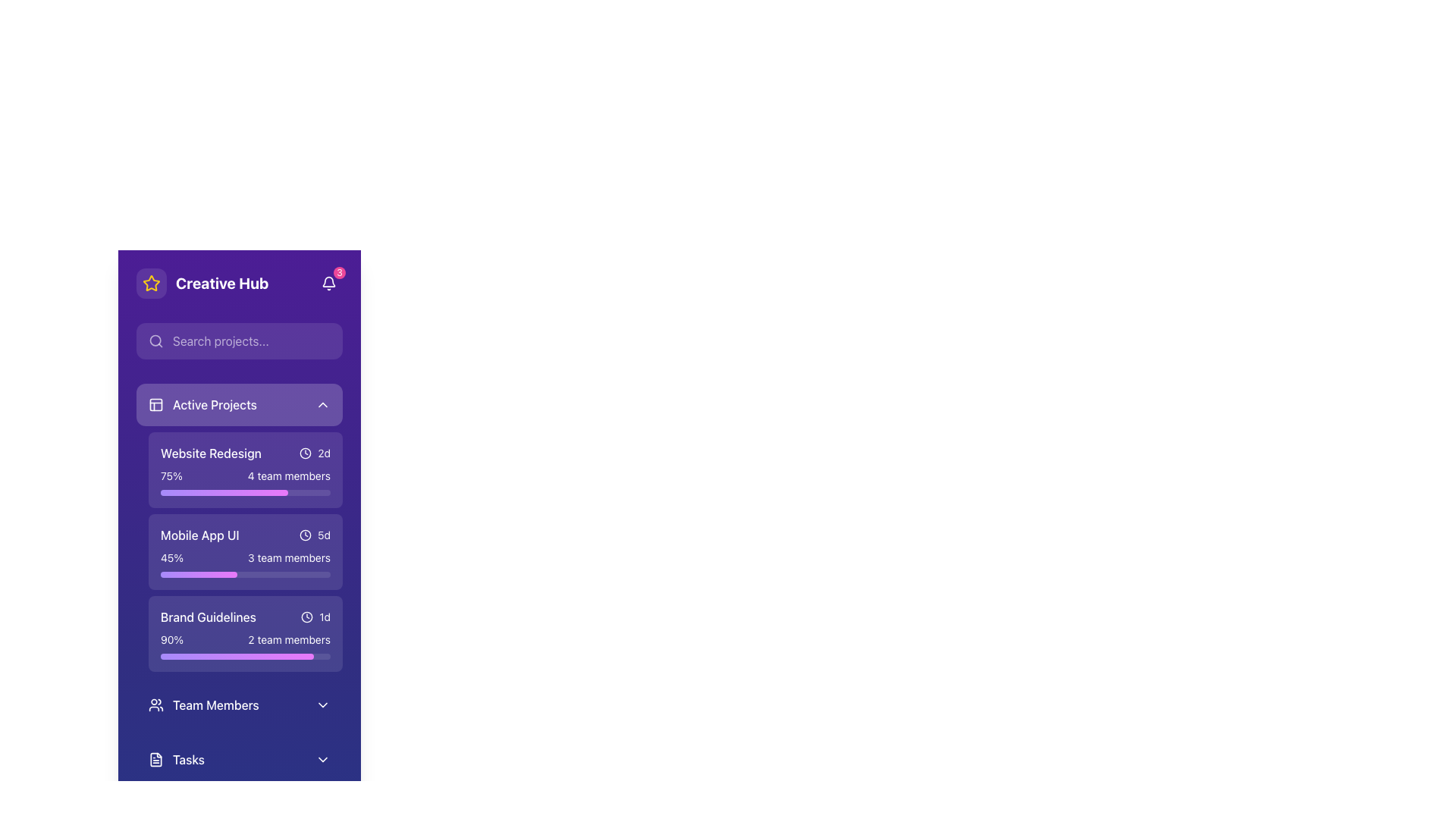 The height and width of the screenshot is (819, 1456). What do you see at coordinates (246, 493) in the screenshot?
I see `the horizontal progress bar indicating 75% completion, located beneath the text '75%' and '4 team members' in the 'Website Redesign' section of the 'Active Projects' tab` at bounding box center [246, 493].